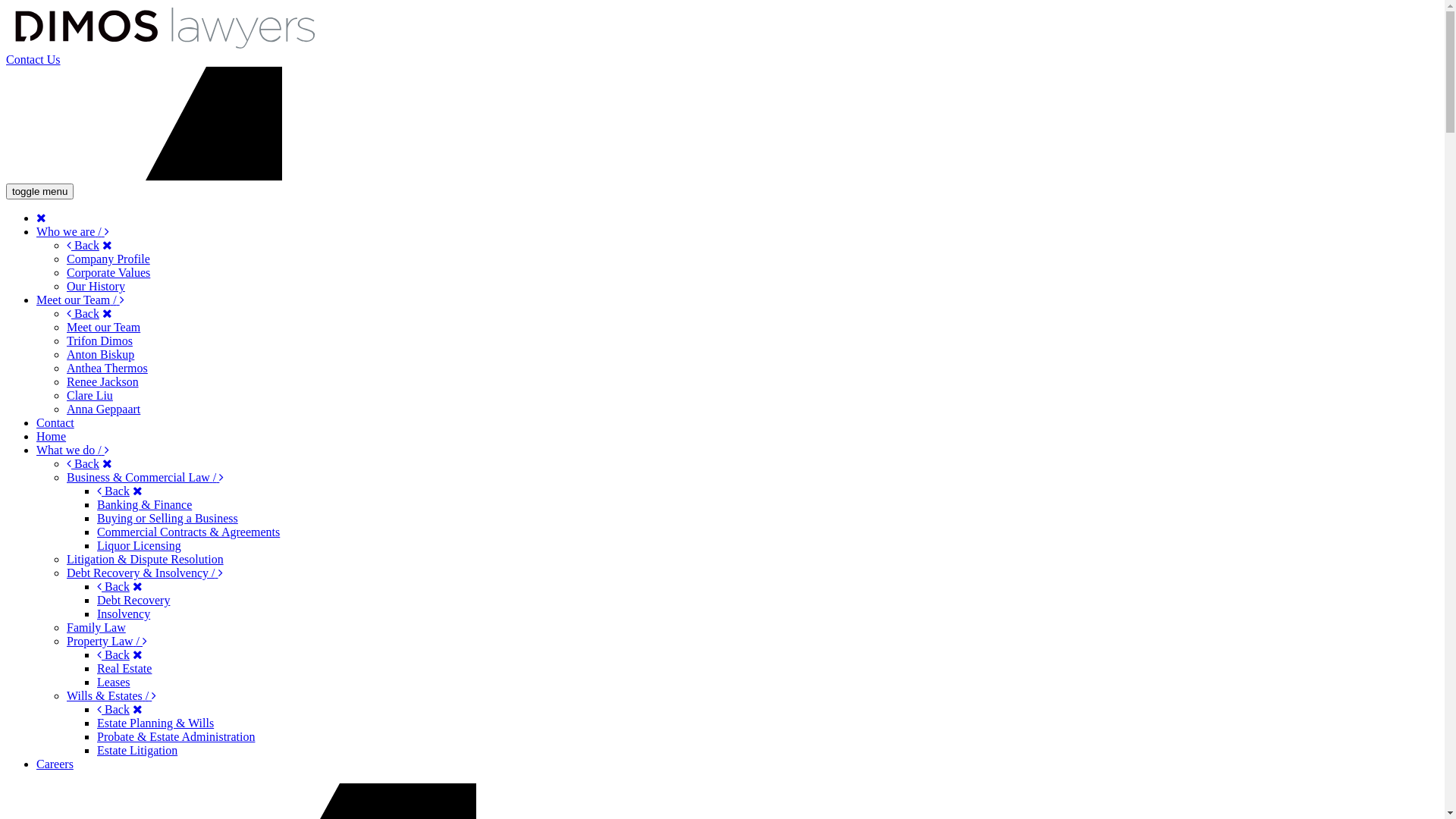 This screenshot has width=1456, height=819. I want to click on 'Estate Litigation', so click(96, 749).